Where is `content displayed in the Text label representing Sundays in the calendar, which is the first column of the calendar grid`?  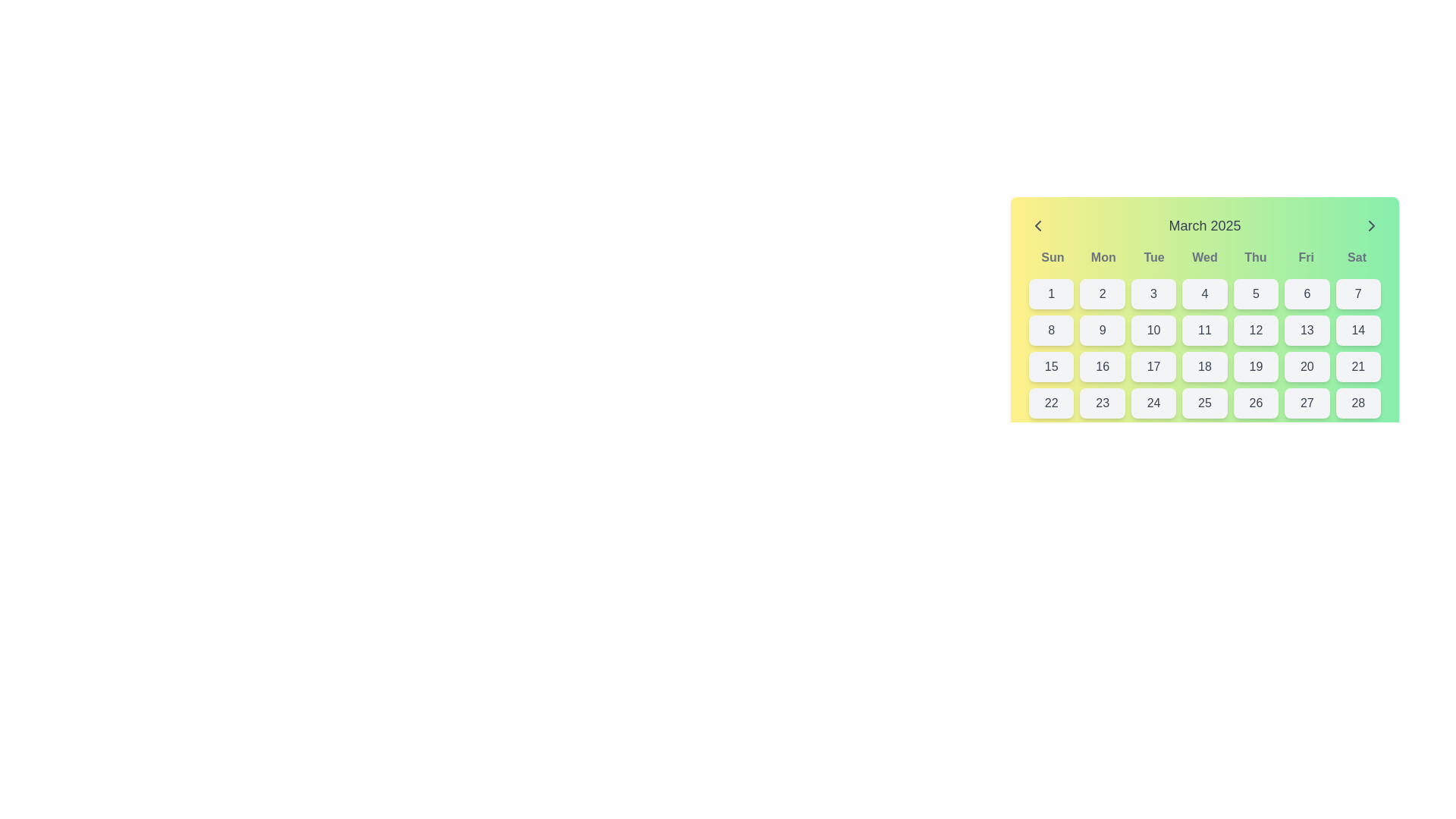
content displayed in the Text label representing Sundays in the calendar, which is the first column of the calendar grid is located at coordinates (1052, 256).